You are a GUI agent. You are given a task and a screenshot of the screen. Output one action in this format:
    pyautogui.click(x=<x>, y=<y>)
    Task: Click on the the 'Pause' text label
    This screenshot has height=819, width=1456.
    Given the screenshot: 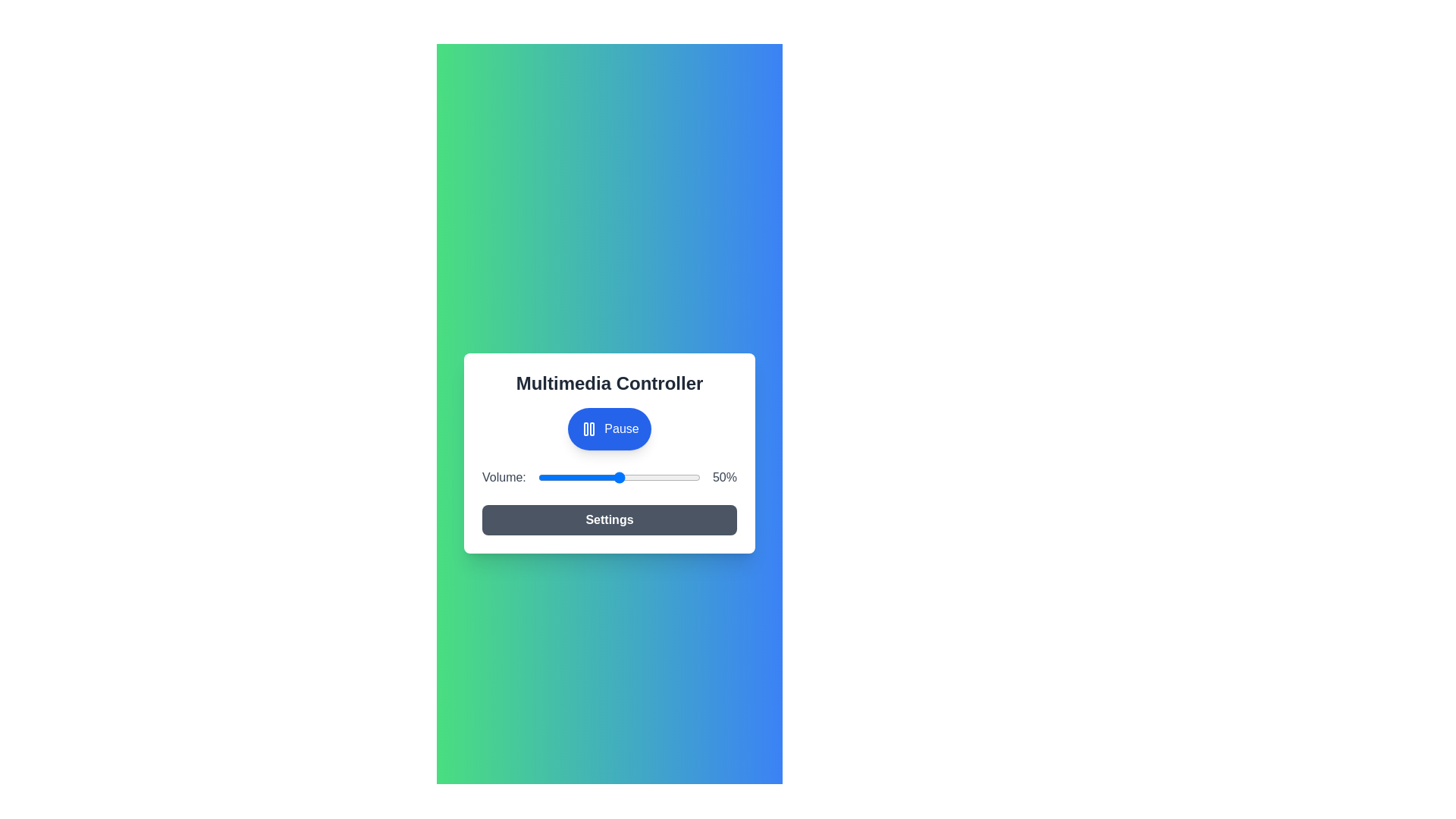 What is the action you would take?
    pyautogui.click(x=622, y=429)
    